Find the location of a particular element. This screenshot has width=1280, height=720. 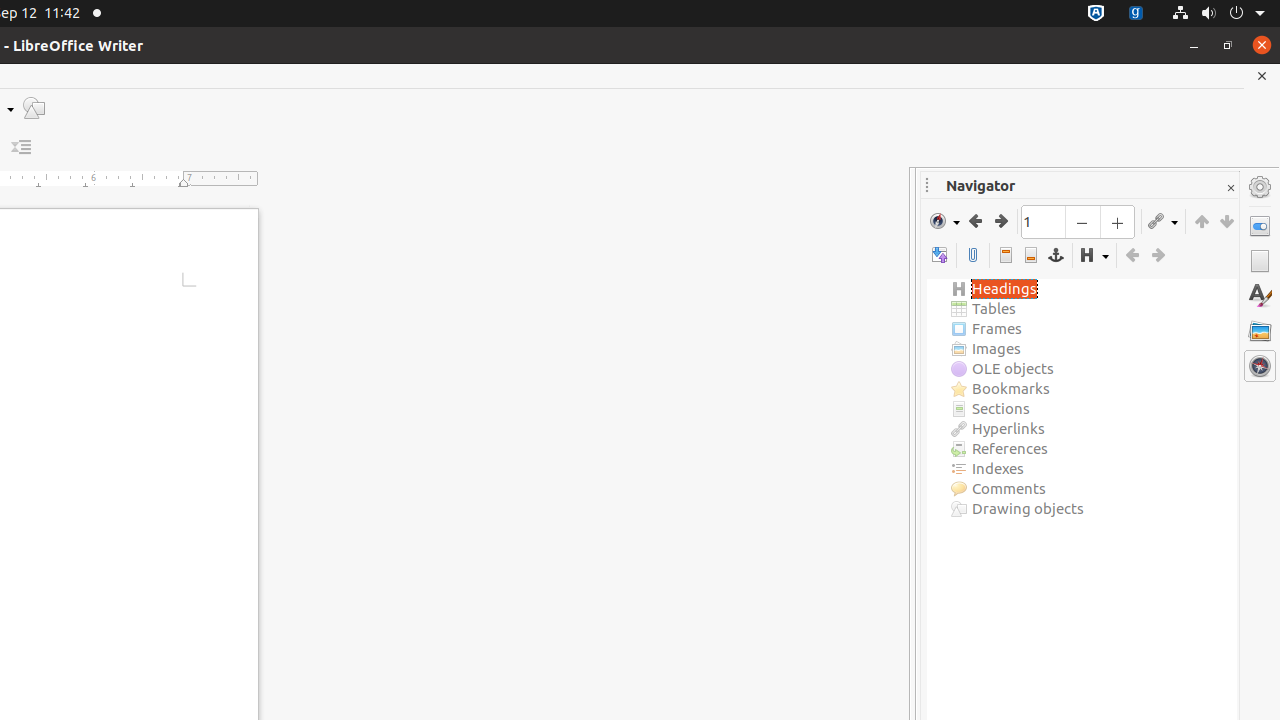

'Promote Level' is located at coordinates (1132, 254).